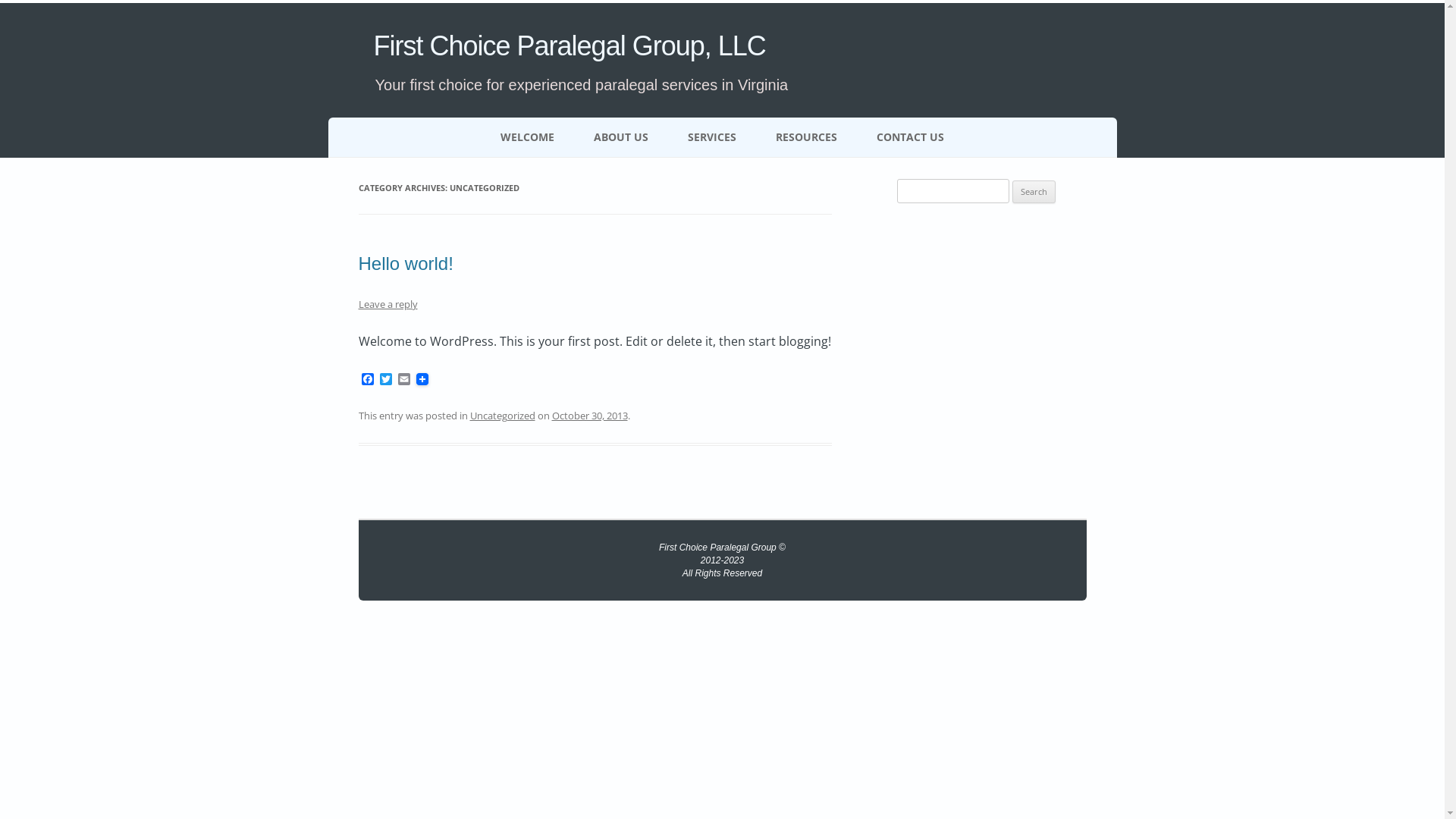 The width and height of the screenshot is (1456, 819). I want to click on 'SERVICES', so click(711, 137).